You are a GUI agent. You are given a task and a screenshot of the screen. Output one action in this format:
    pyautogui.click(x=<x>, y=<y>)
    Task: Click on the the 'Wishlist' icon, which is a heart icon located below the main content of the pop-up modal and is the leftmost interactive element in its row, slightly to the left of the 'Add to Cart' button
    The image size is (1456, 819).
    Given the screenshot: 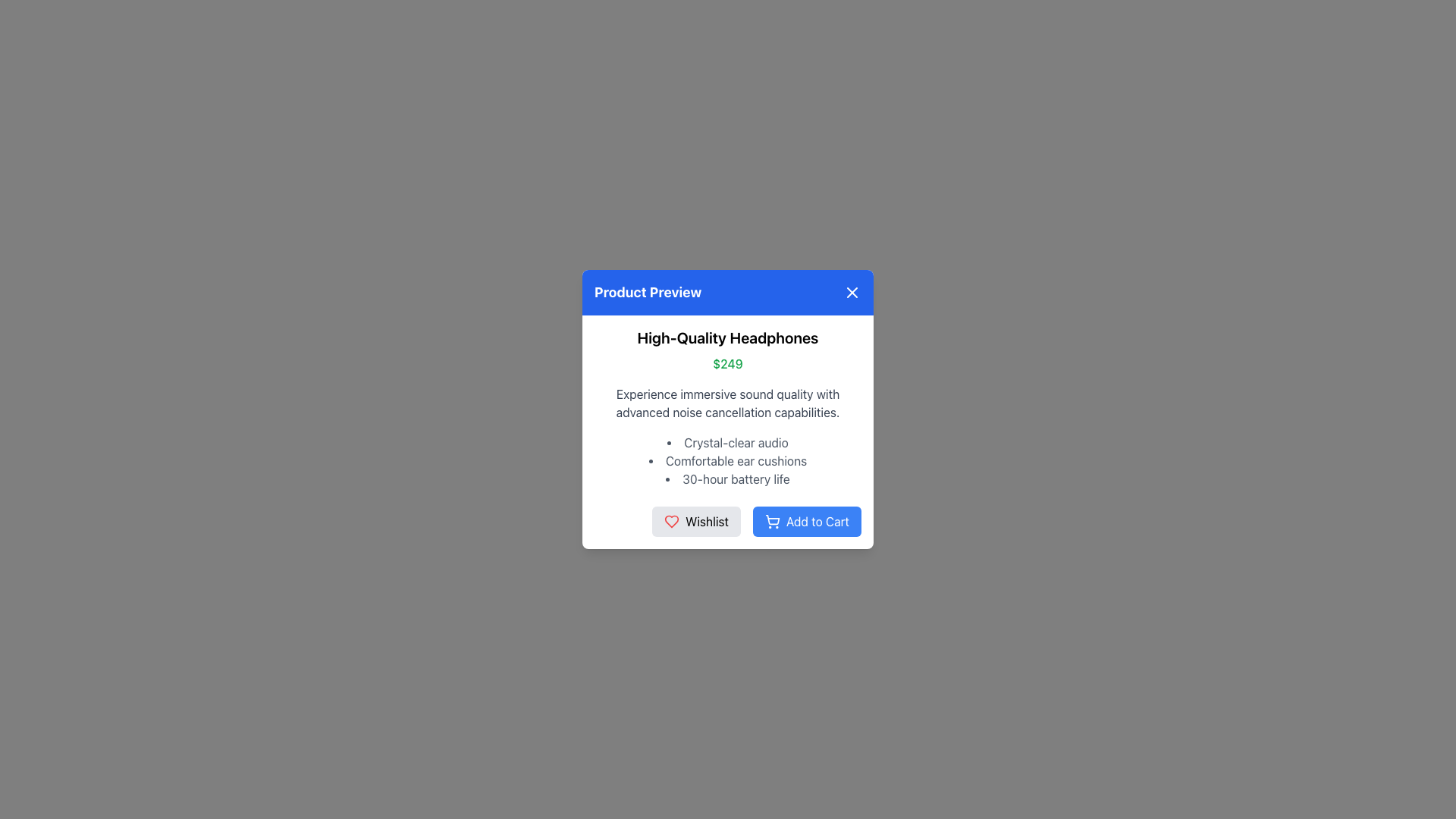 What is the action you would take?
    pyautogui.click(x=671, y=520)
    